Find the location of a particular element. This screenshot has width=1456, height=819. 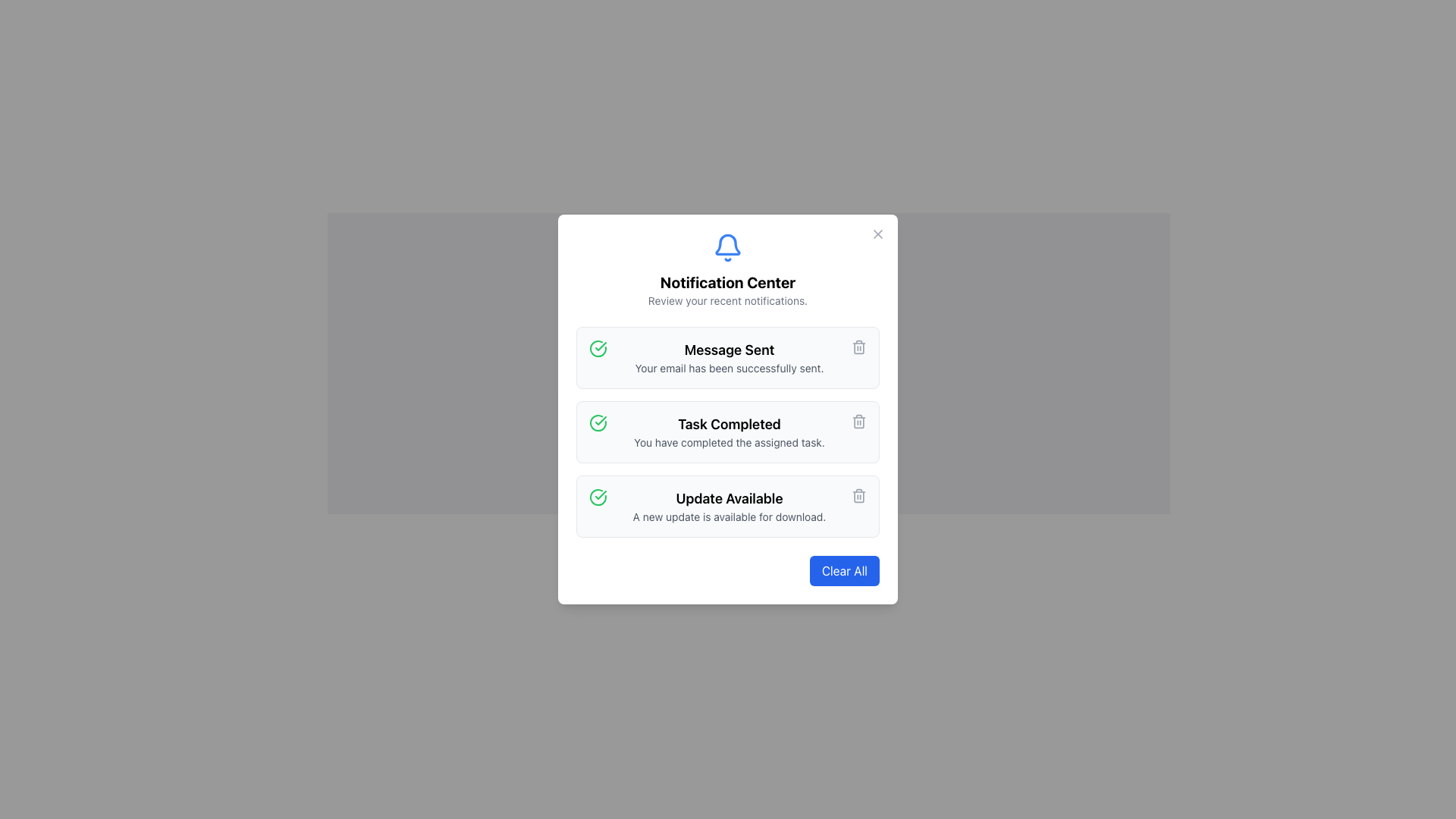

the lower part of the bell icon, specifically the curve at the bottom, which is centrally located at the top of the notification panel is located at coordinates (728, 243).